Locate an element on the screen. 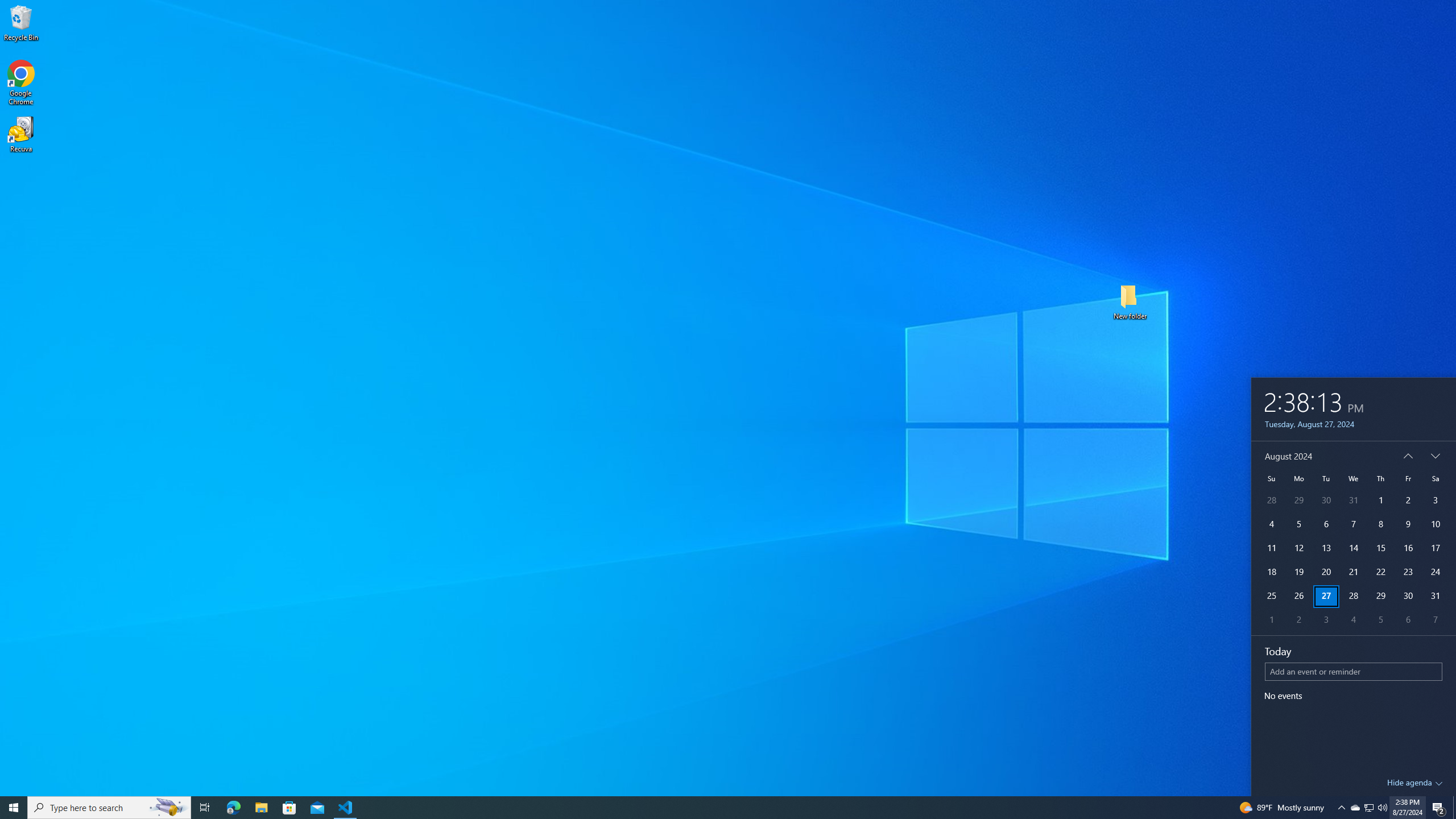 This screenshot has width=1456, height=819. '24' is located at coordinates (1435, 572).